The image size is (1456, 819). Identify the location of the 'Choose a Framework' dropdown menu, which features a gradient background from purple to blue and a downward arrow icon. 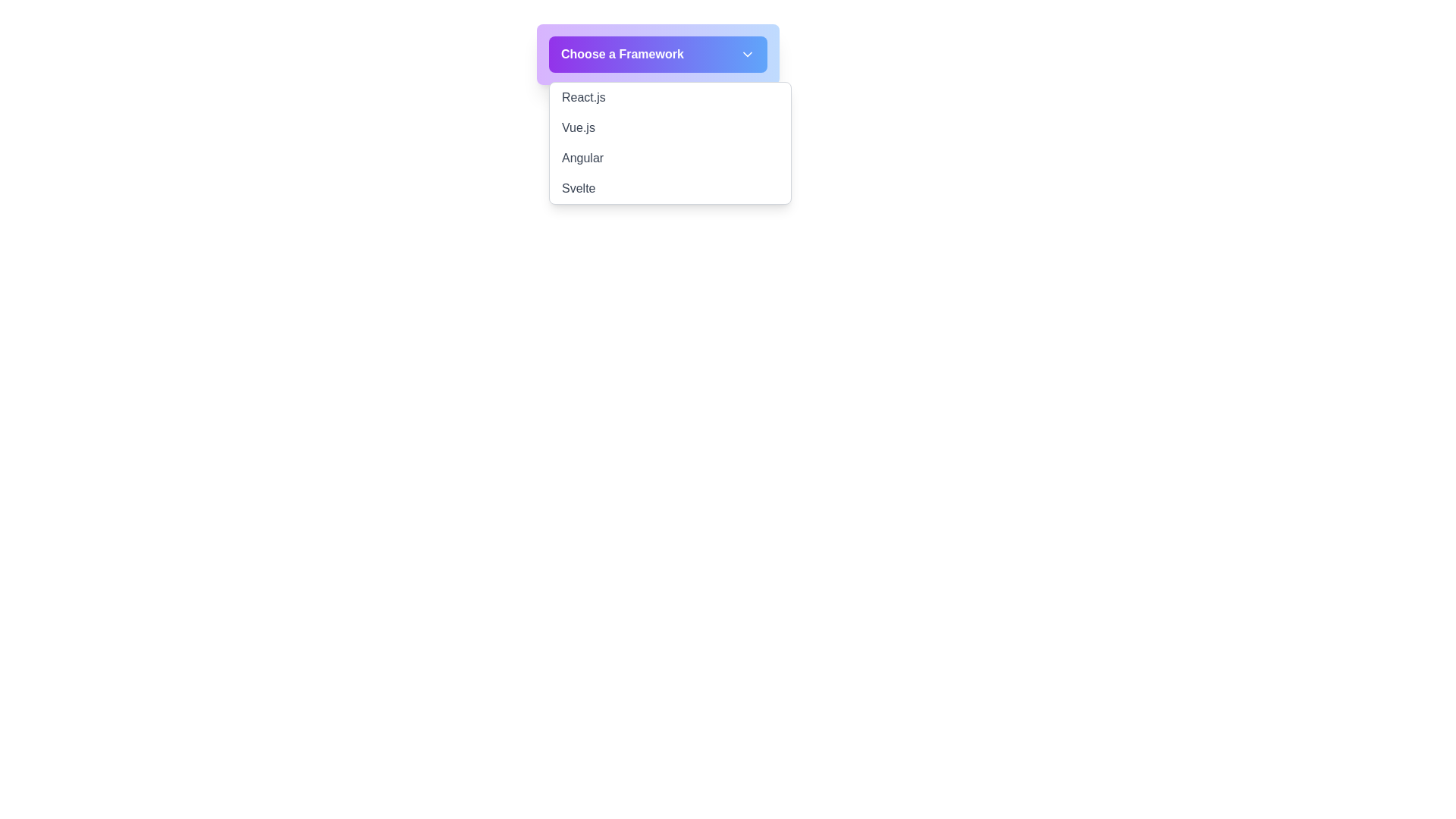
(658, 54).